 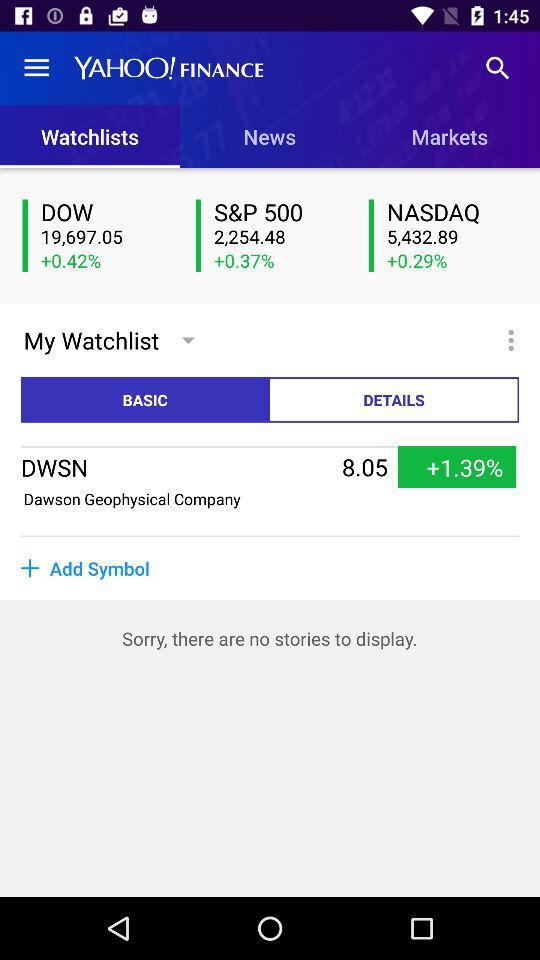 What do you see at coordinates (106, 213) in the screenshot?
I see `icon above 19,697.05 item` at bounding box center [106, 213].